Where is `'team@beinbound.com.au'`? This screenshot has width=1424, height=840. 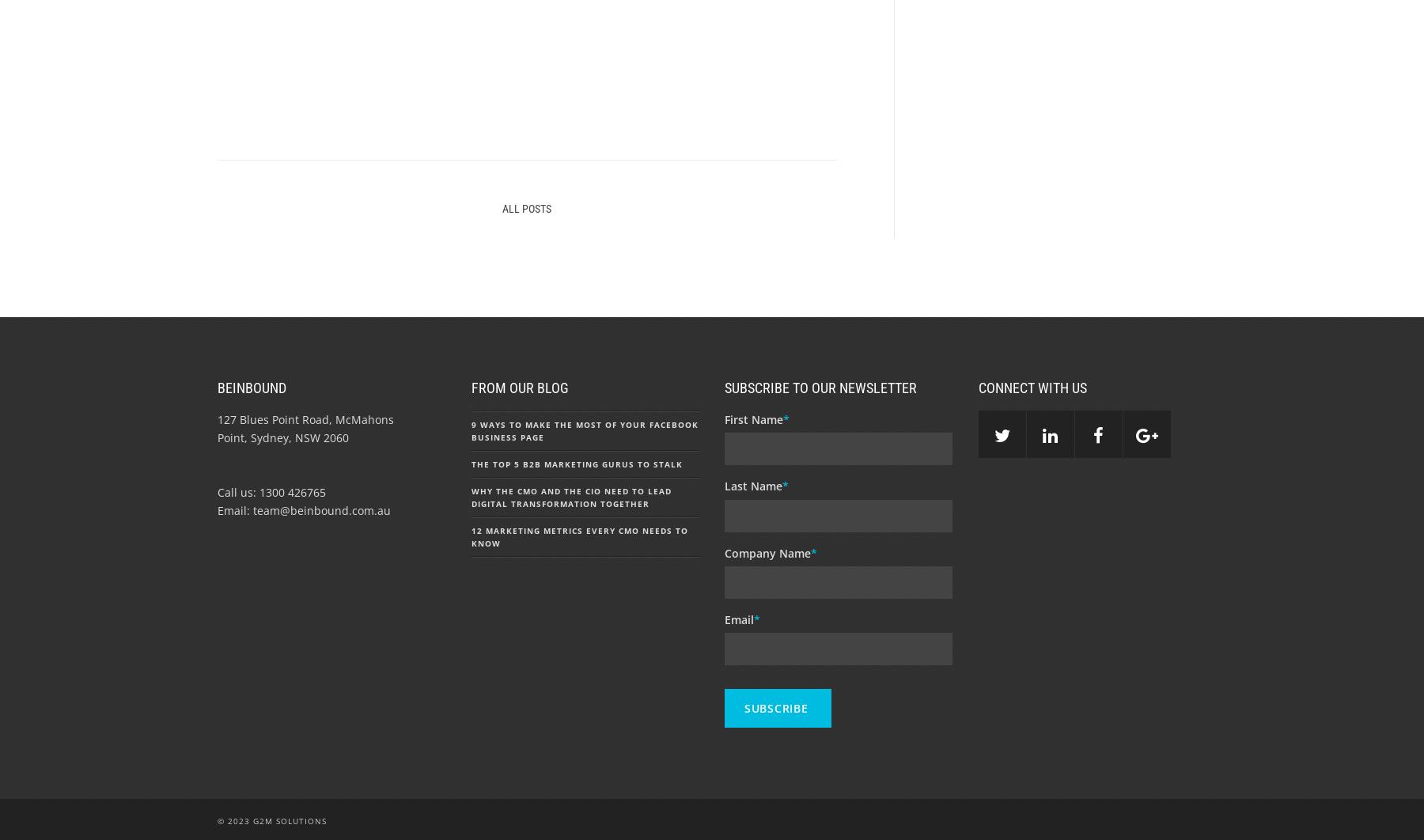
'team@beinbound.com.au' is located at coordinates (252, 510).